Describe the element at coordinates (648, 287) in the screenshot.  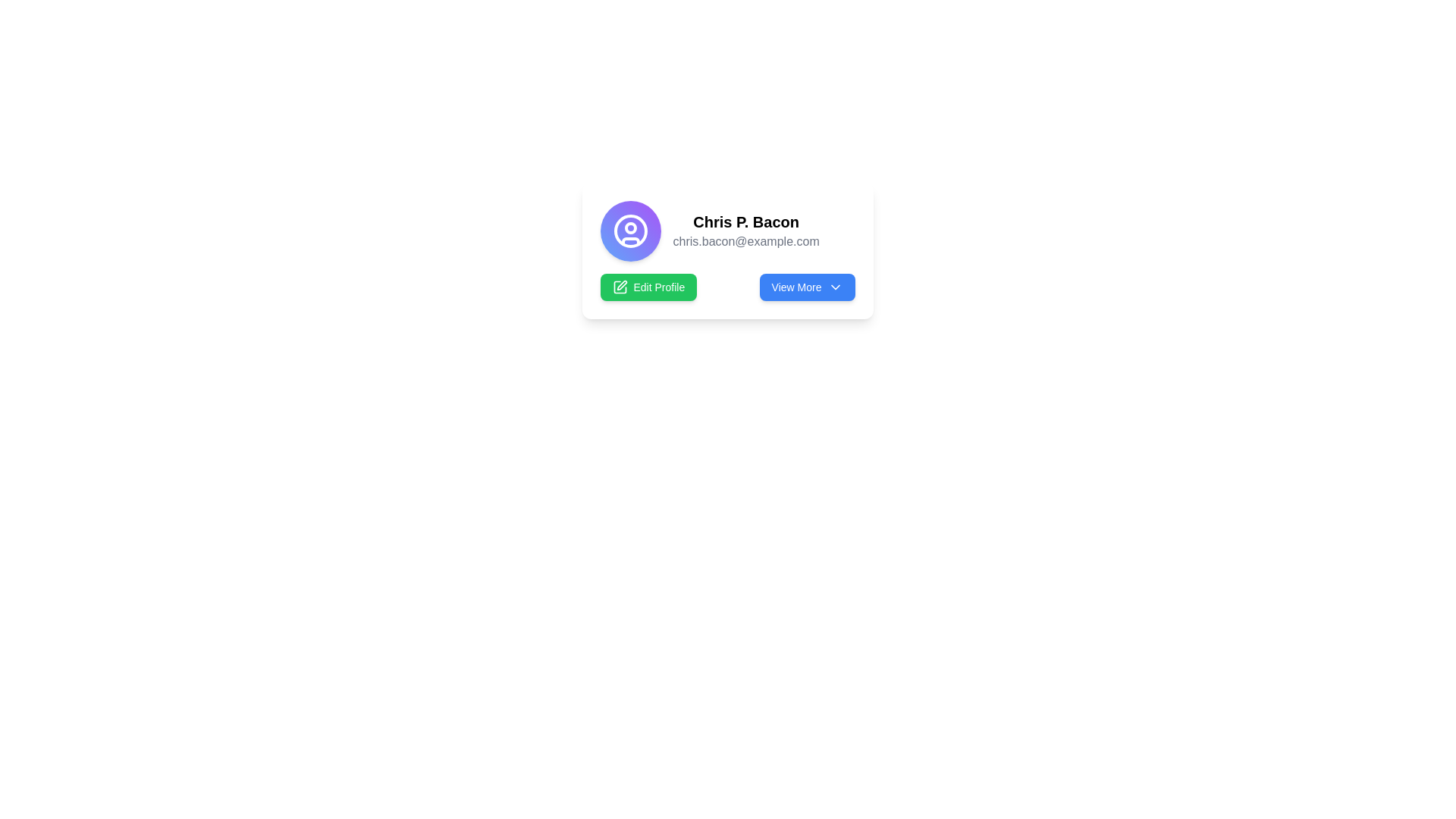
I see `the button with a vibrant green background labeled 'Edit Profile', which features a white pen icon on its left and is located below the user profile information` at that location.